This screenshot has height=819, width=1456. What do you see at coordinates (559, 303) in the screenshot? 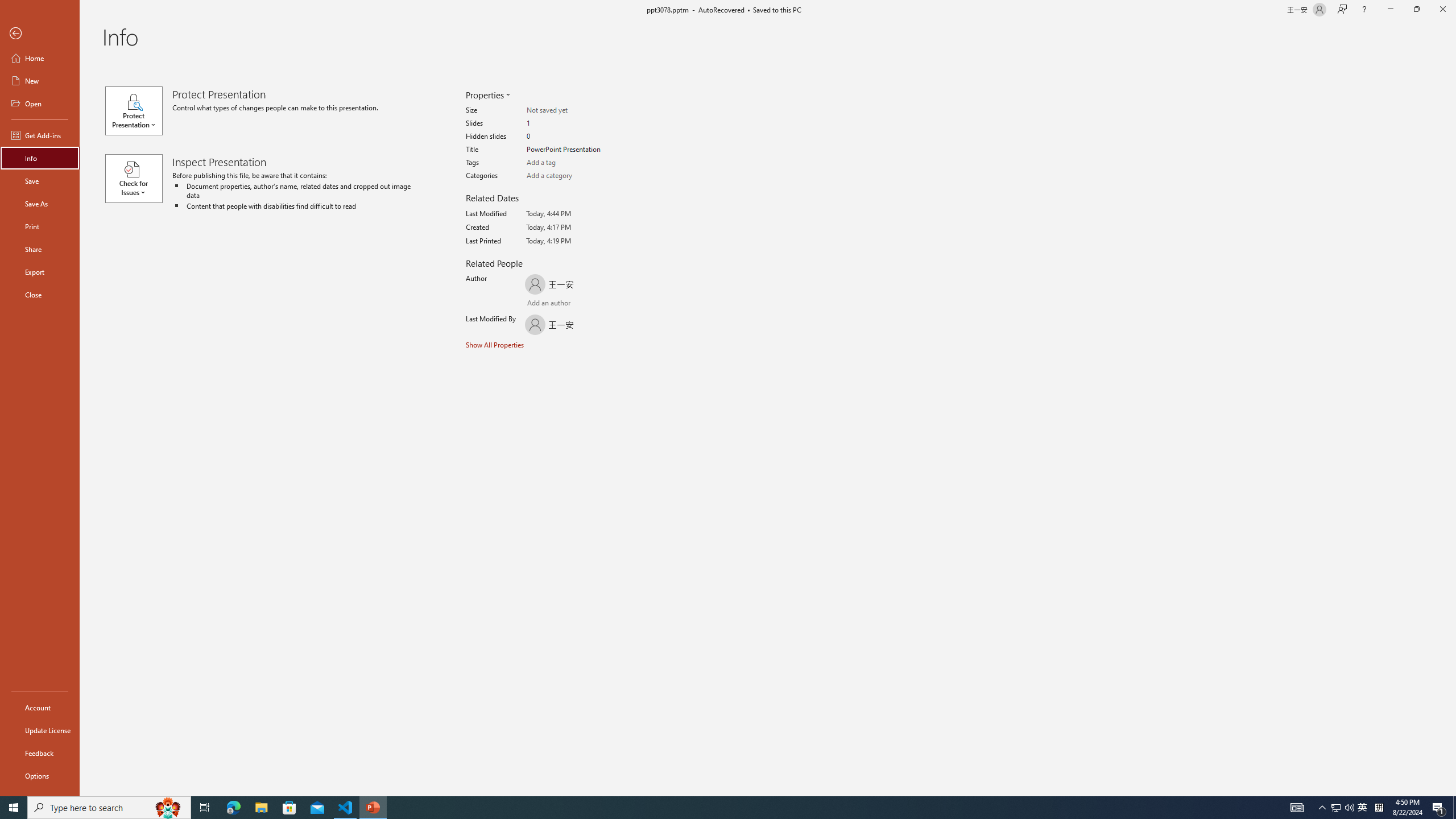
I see `'Verify Names'` at bounding box center [559, 303].